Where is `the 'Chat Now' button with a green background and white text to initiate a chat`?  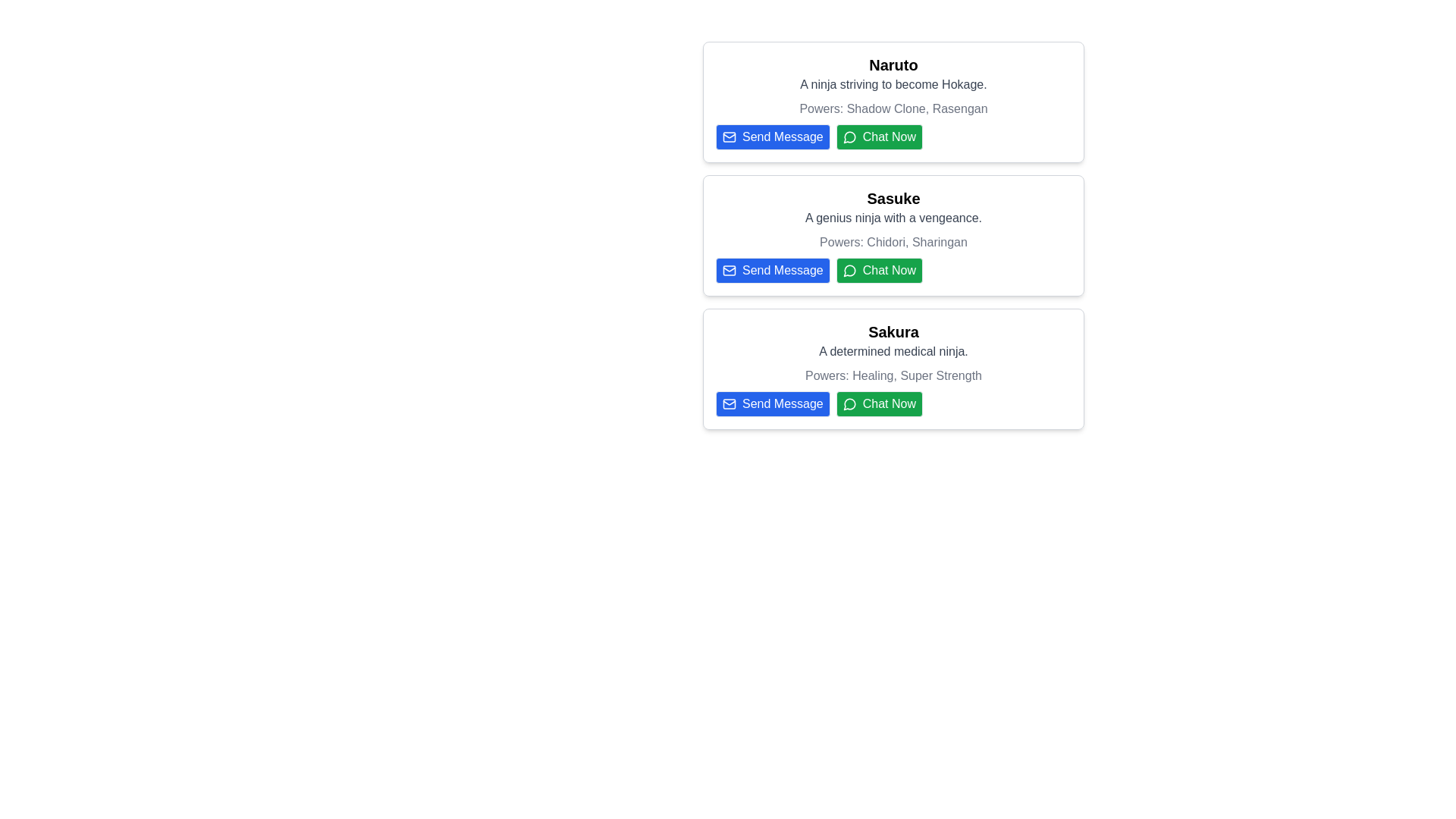 the 'Chat Now' button with a green background and white text to initiate a chat is located at coordinates (879, 403).